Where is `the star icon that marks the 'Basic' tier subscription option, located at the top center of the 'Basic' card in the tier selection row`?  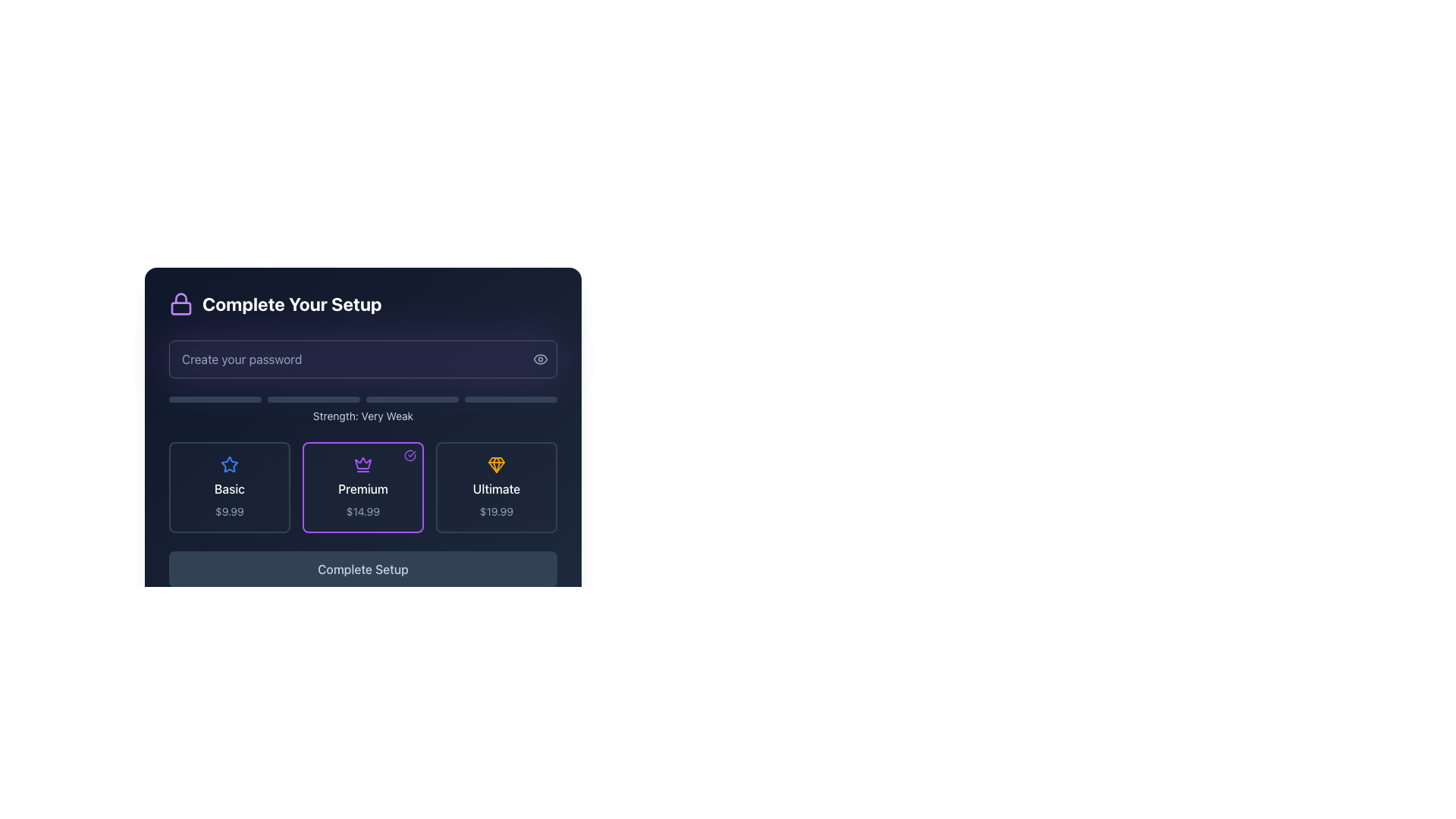 the star icon that marks the 'Basic' tier subscription option, located at the top center of the 'Basic' card in the tier selection row is located at coordinates (228, 464).